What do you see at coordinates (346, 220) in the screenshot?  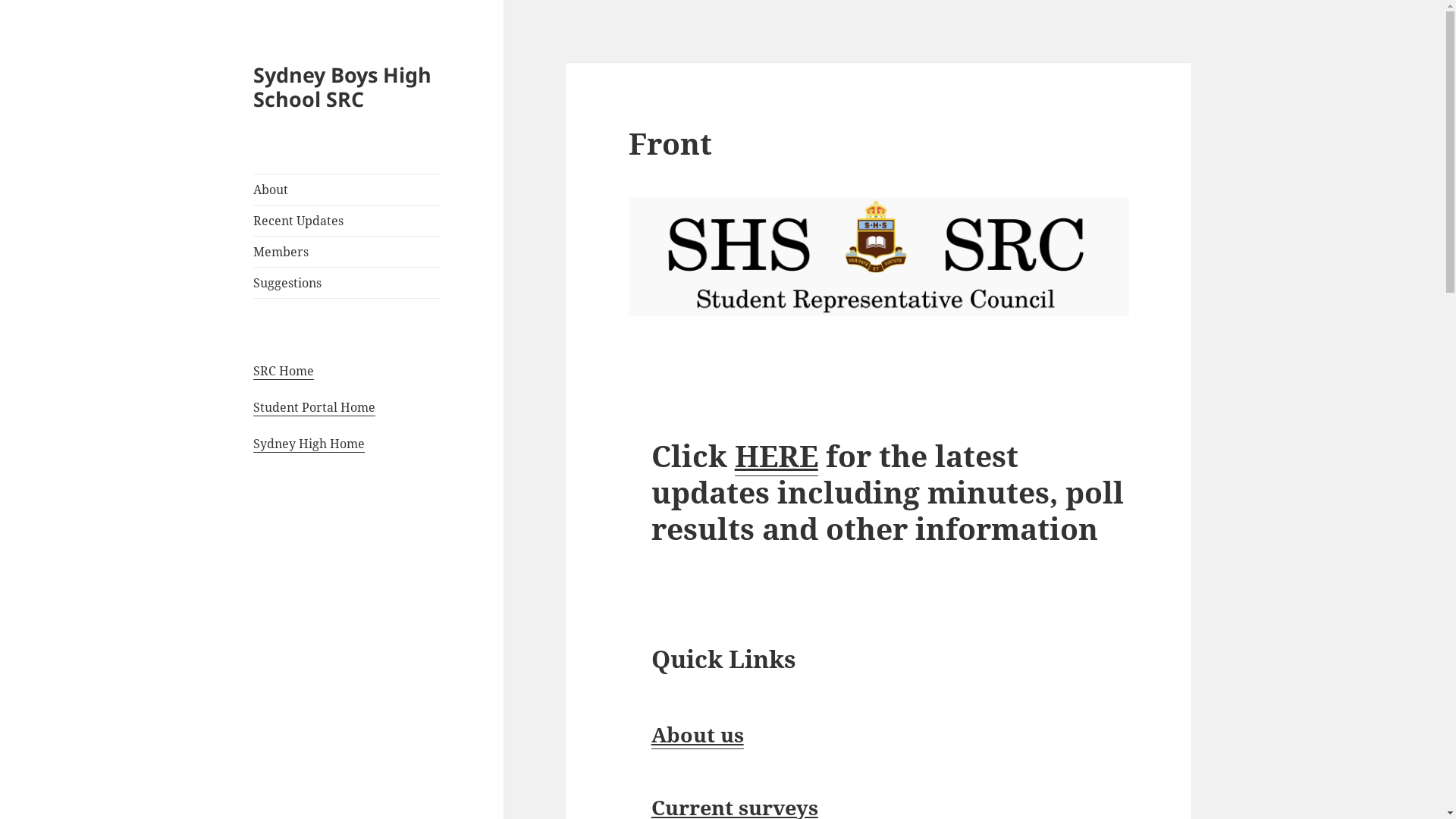 I see `'Recent Updates'` at bounding box center [346, 220].